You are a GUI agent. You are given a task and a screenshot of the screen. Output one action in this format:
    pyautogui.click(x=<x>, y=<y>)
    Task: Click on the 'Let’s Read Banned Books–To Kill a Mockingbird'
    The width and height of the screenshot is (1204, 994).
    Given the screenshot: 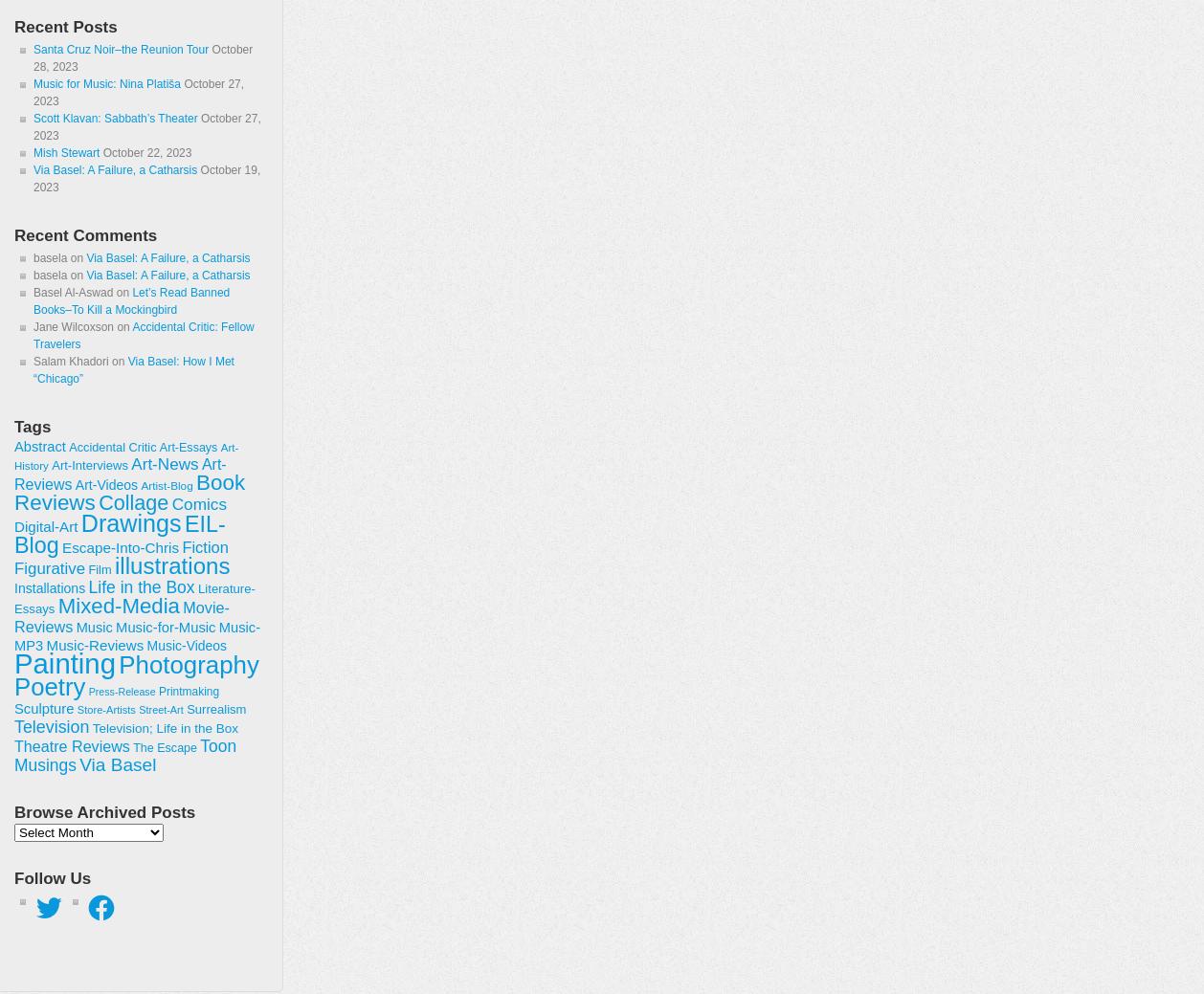 What is the action you would take?
    pyautogui.click(x=33, y=301)
    